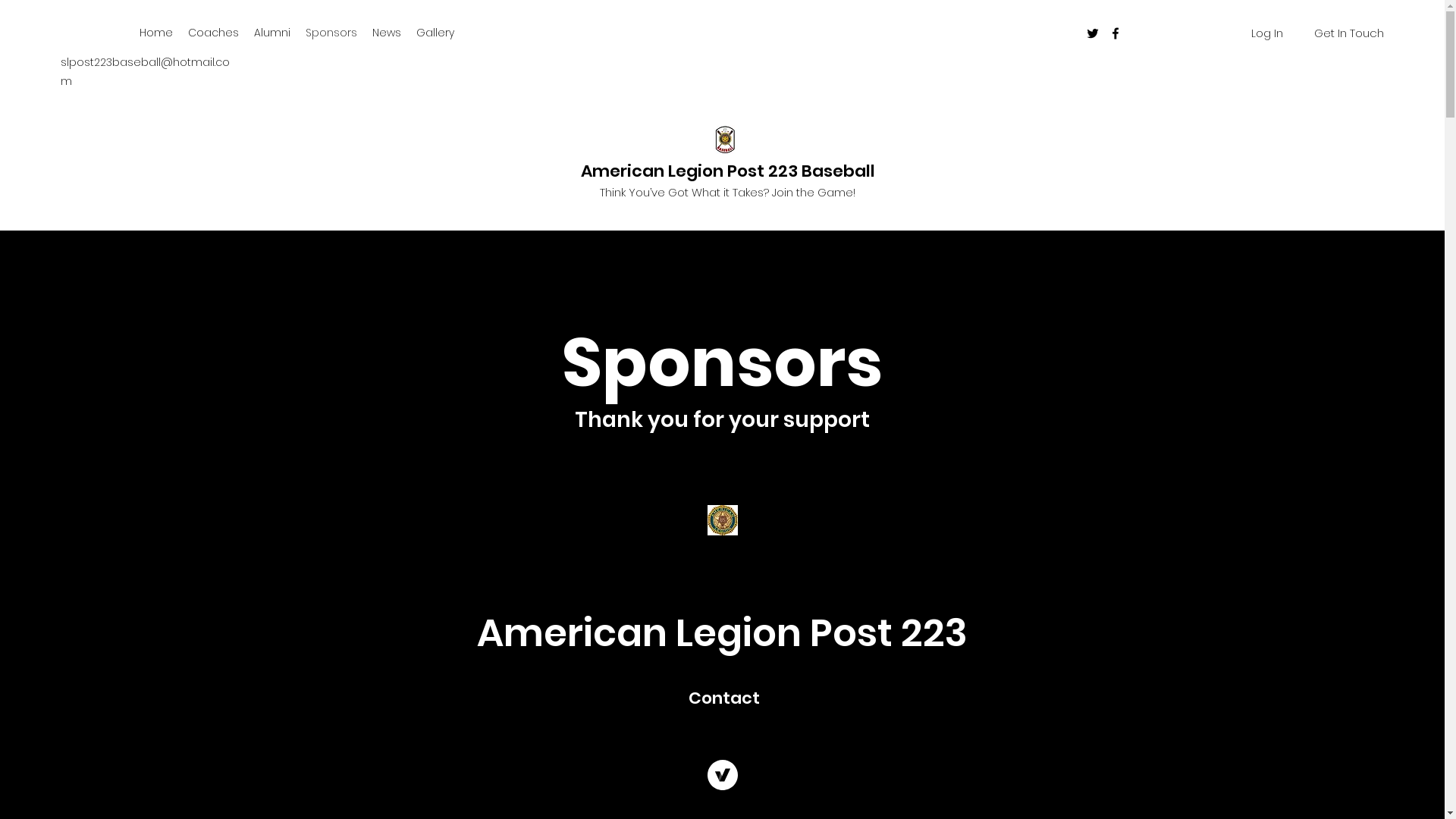 This screenshot has width=1456, height=819. What do you see at coordinates (723, 698) in the screenshot?
I see `'Contact'` at bounding box center [723, 698].